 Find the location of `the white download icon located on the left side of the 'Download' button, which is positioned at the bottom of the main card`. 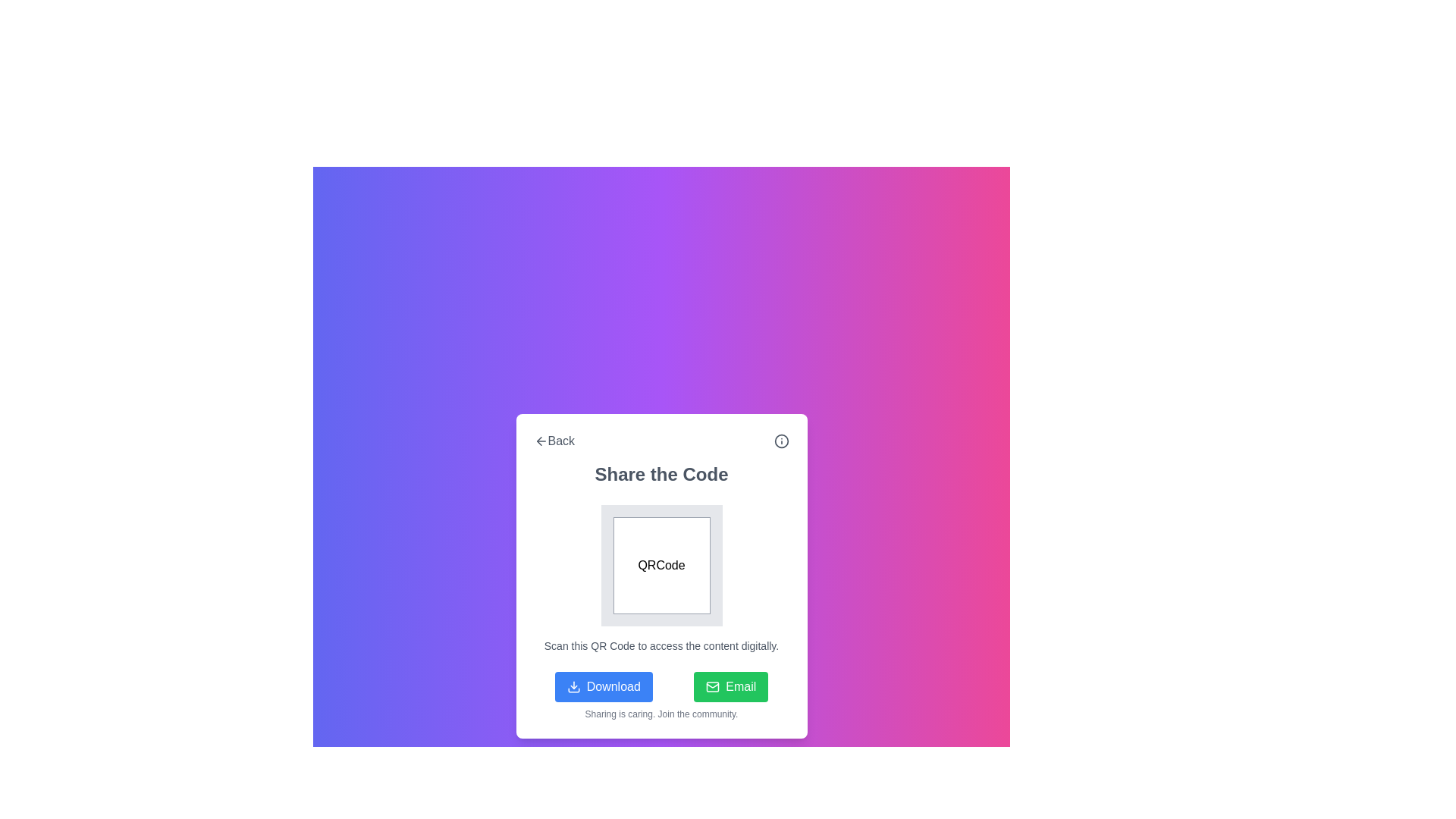

the white download icon located on the left side of the 'Download' button, which is positioned at the bottom of the main card is located at coordinates (573, 687).